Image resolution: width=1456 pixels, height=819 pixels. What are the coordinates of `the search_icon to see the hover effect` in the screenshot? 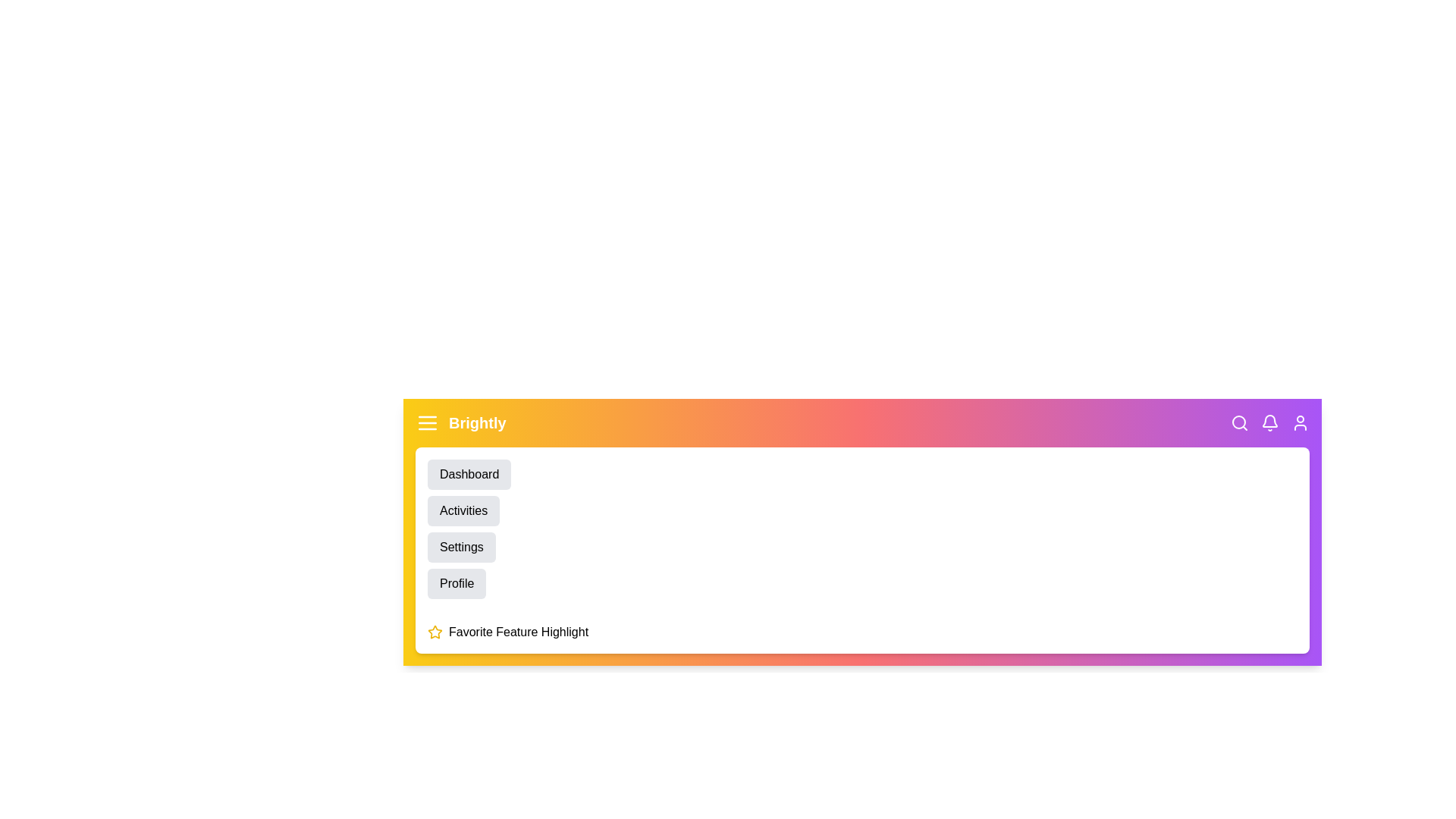 It's located at (1240, 423).